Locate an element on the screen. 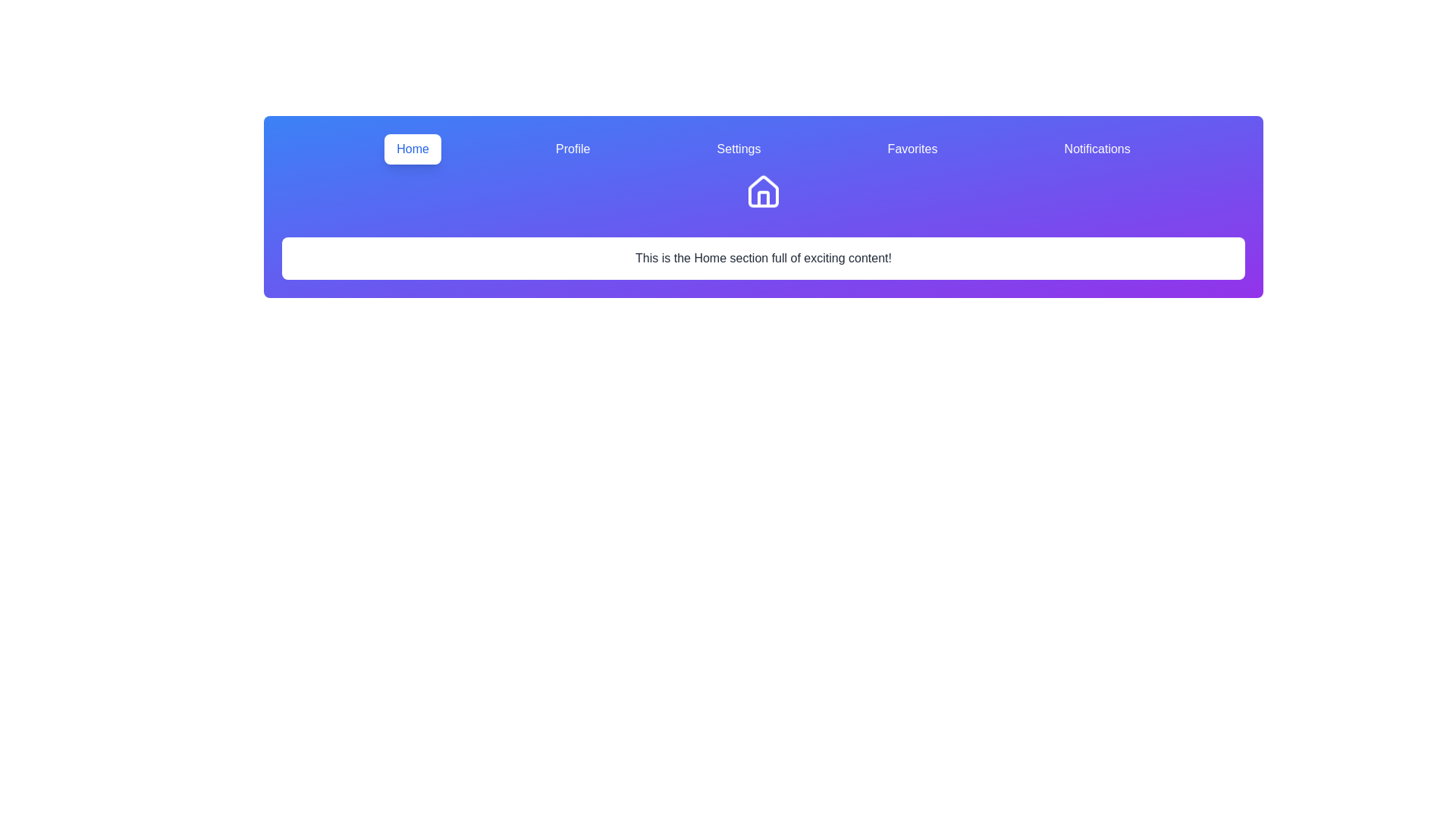 The height and width of the screenshot is (819, 1456). the Notifications button in the top-right corner of the navigation menu is located at coordinates (1097, 149).